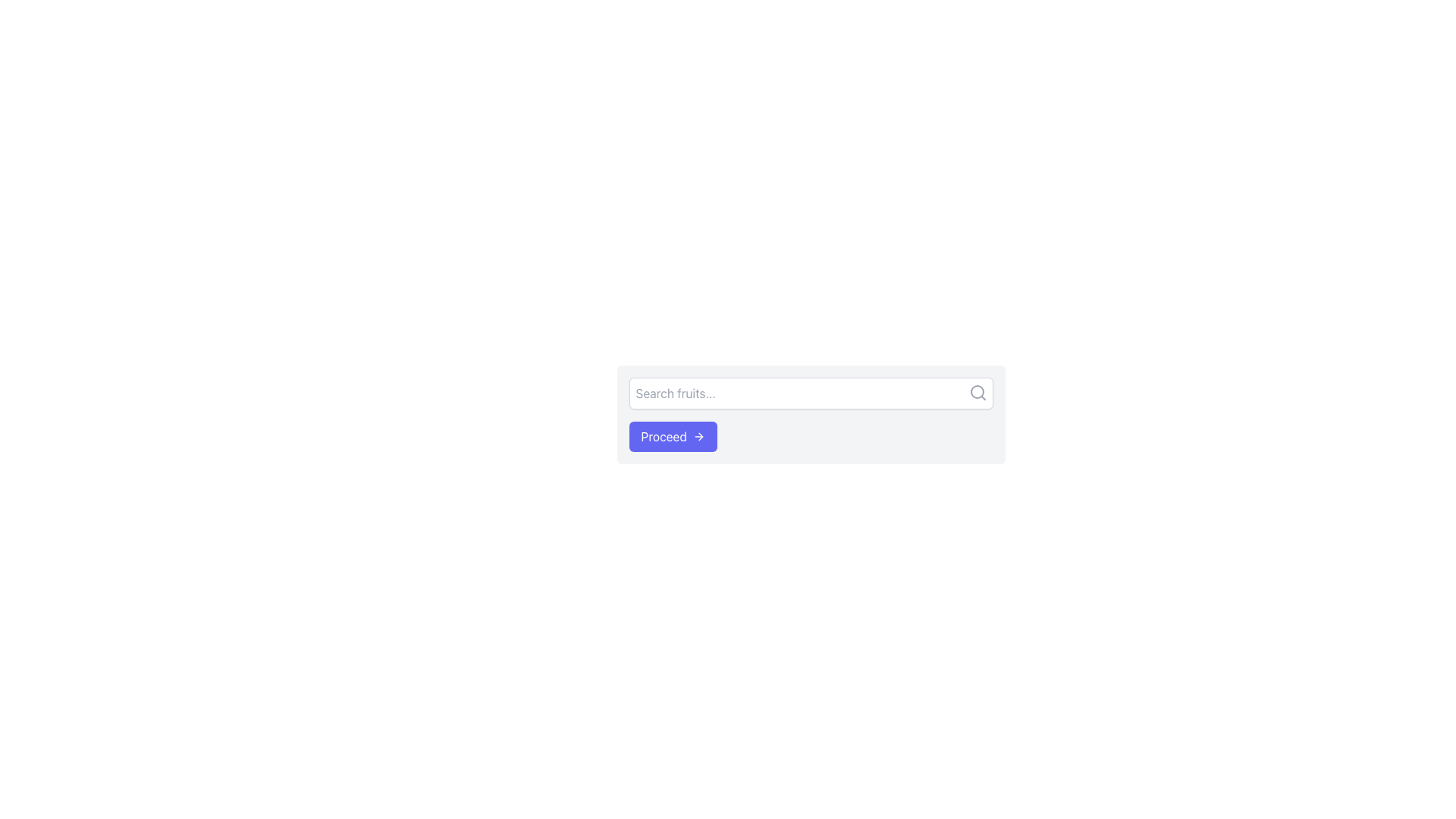  I want to click on the circular gray magnifying glass icon, which is positioned at the top-right corner of the text input box, so click(977, 391).